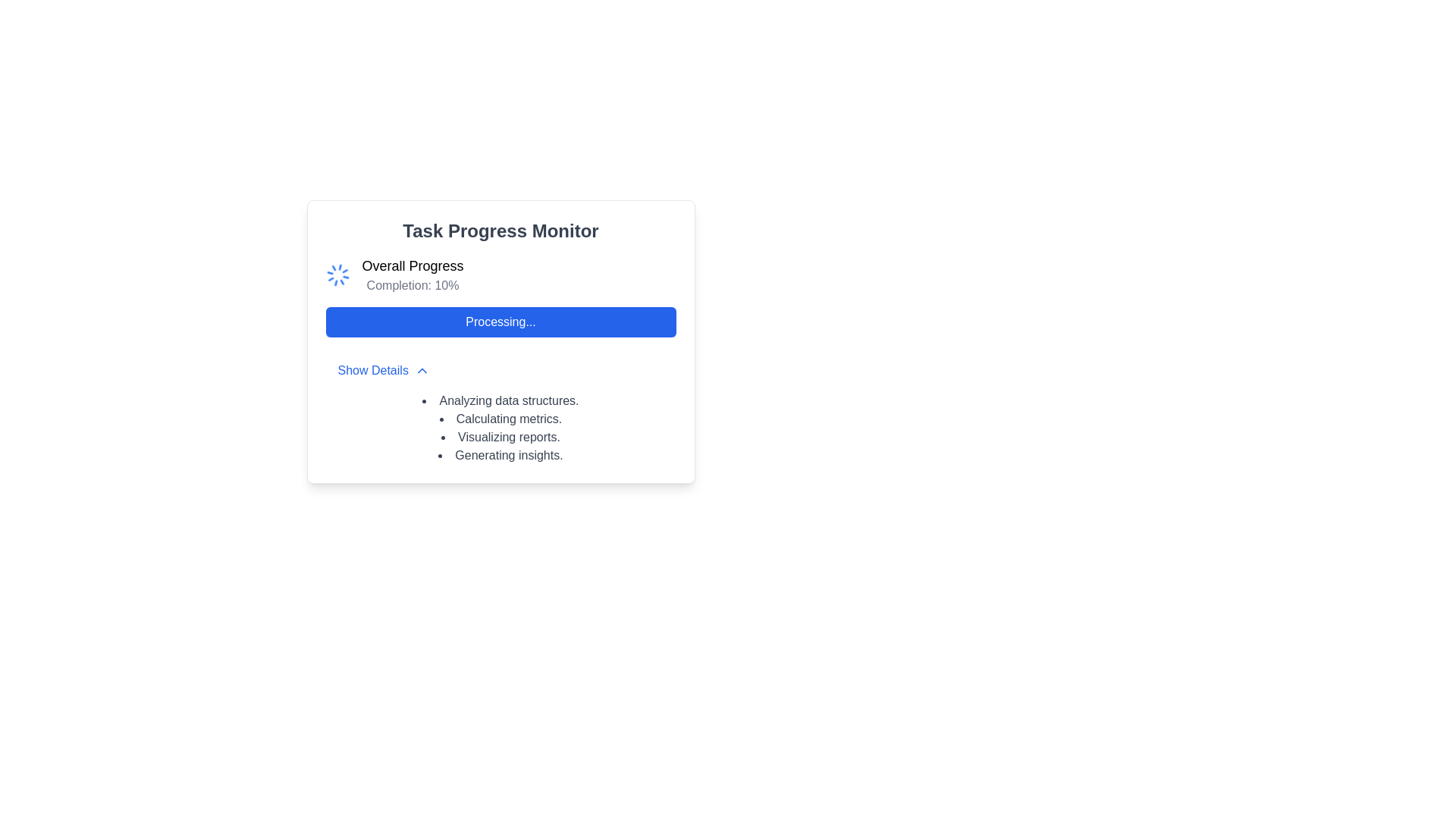 Image resolution: width=1456 pixels, height=819 pixels. Describe the element at coordinates (413, 265) in the screenshot. I see `text content of the 'Overall Progress' label, which is a larger, bold text element located at the top-left section of its containing card` at that location.